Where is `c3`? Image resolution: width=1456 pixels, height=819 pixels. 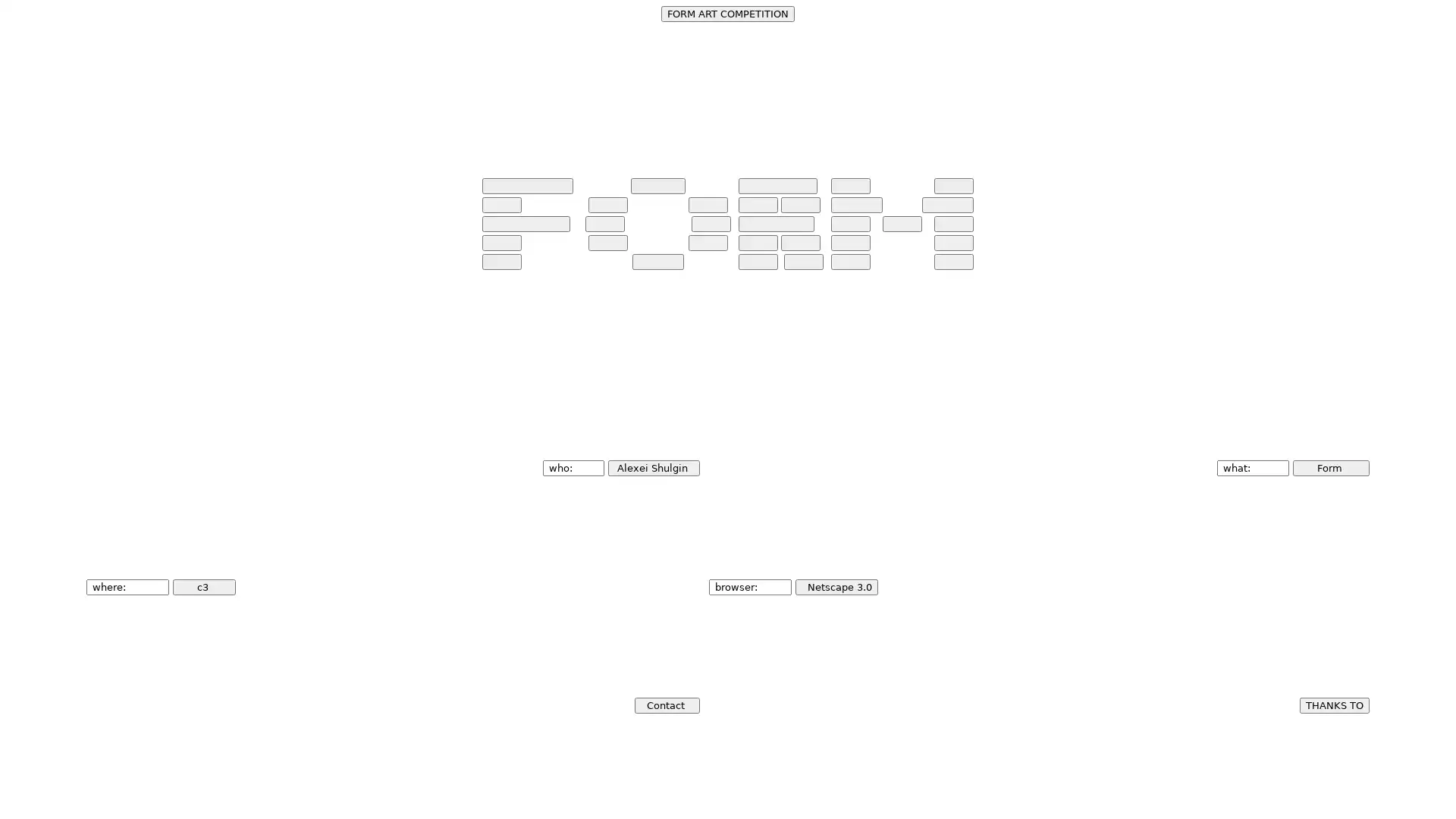
c3 is located at coordinates (203, 585).